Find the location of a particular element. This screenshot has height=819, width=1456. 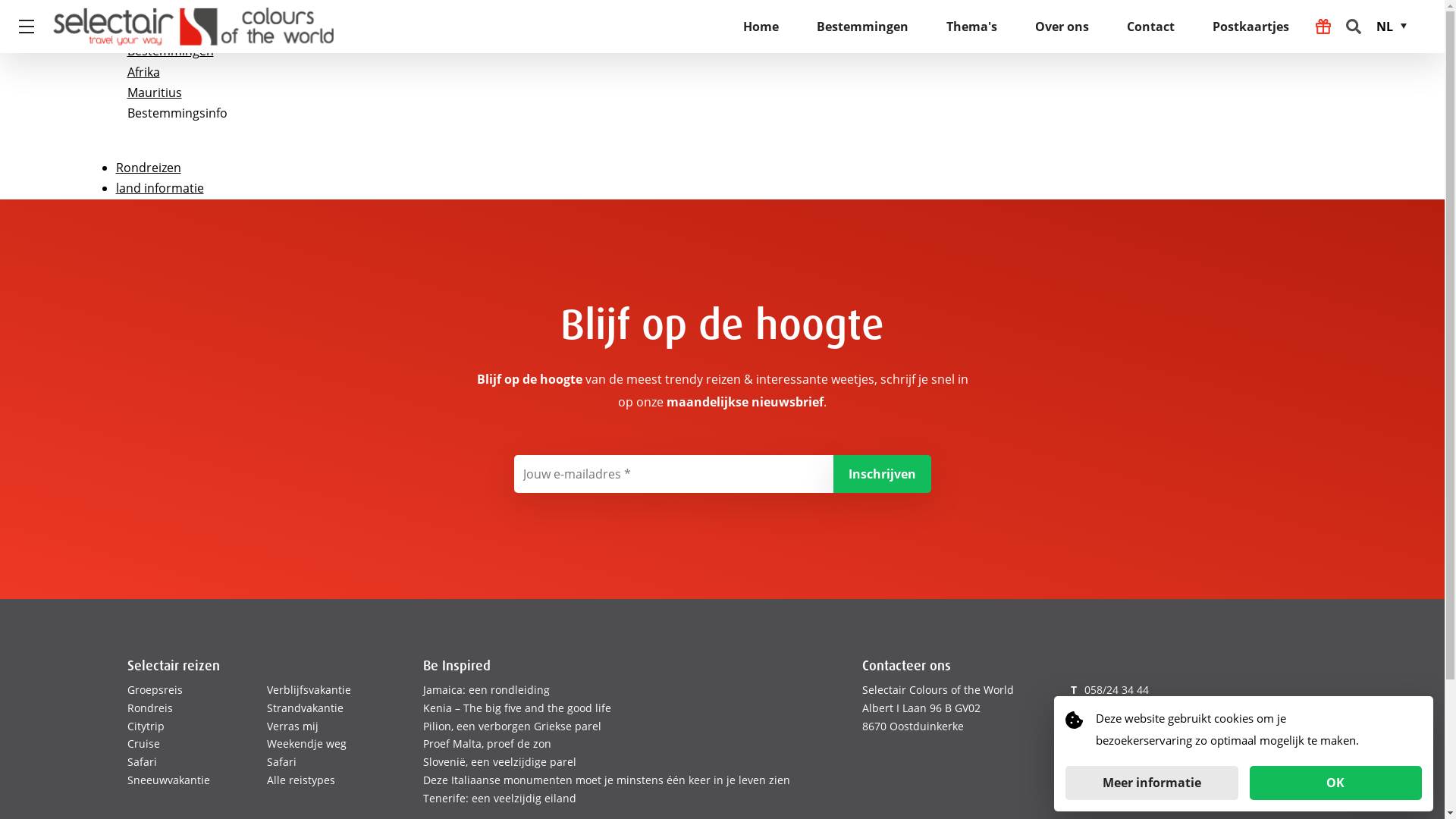

'Contact' is located at coordinates (1150, 26).